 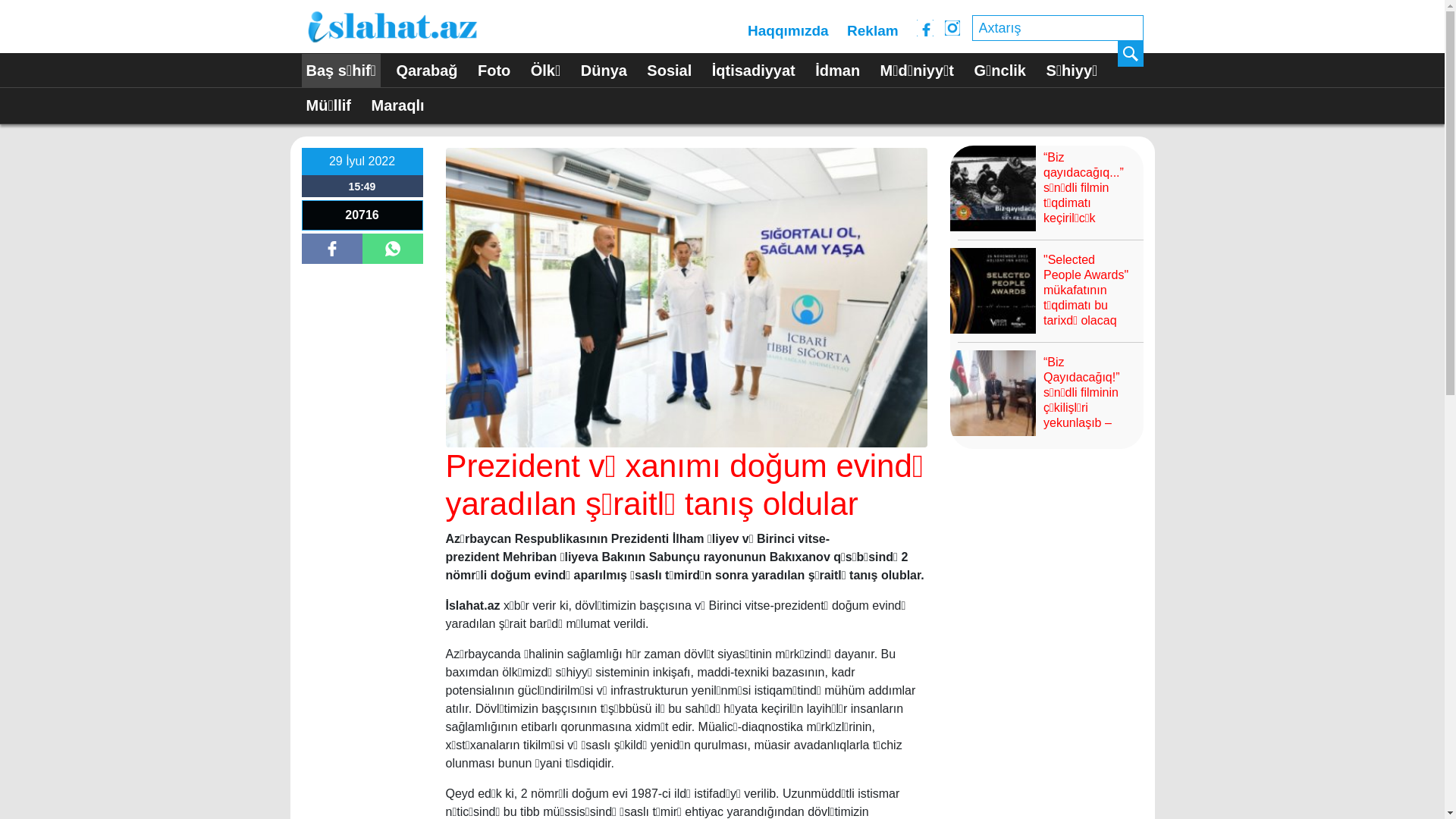 I want to click on 'Foto', so click(x=494, y=71).